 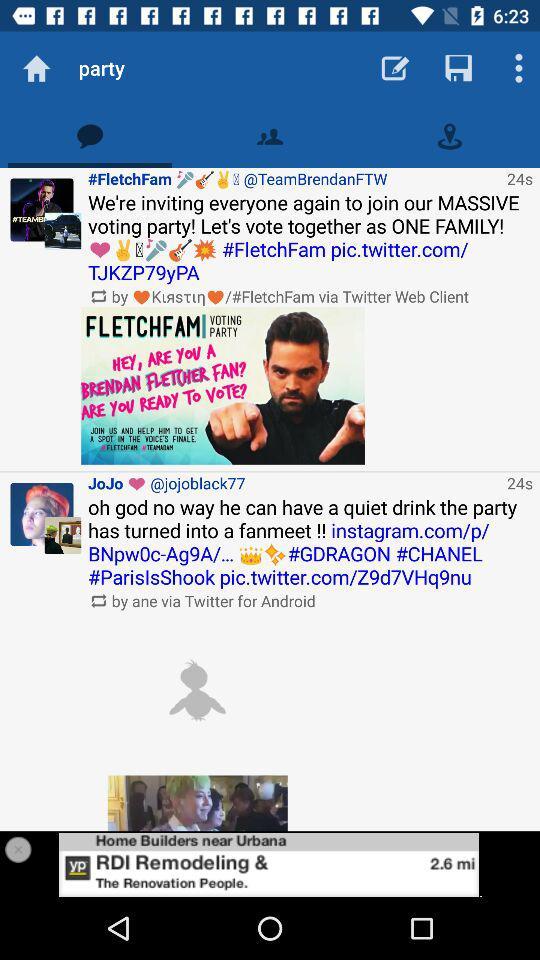 What do you see at coordinates (310, 237) in the screenshot?
I see `we re inviting` at bounding box center [310, 237].